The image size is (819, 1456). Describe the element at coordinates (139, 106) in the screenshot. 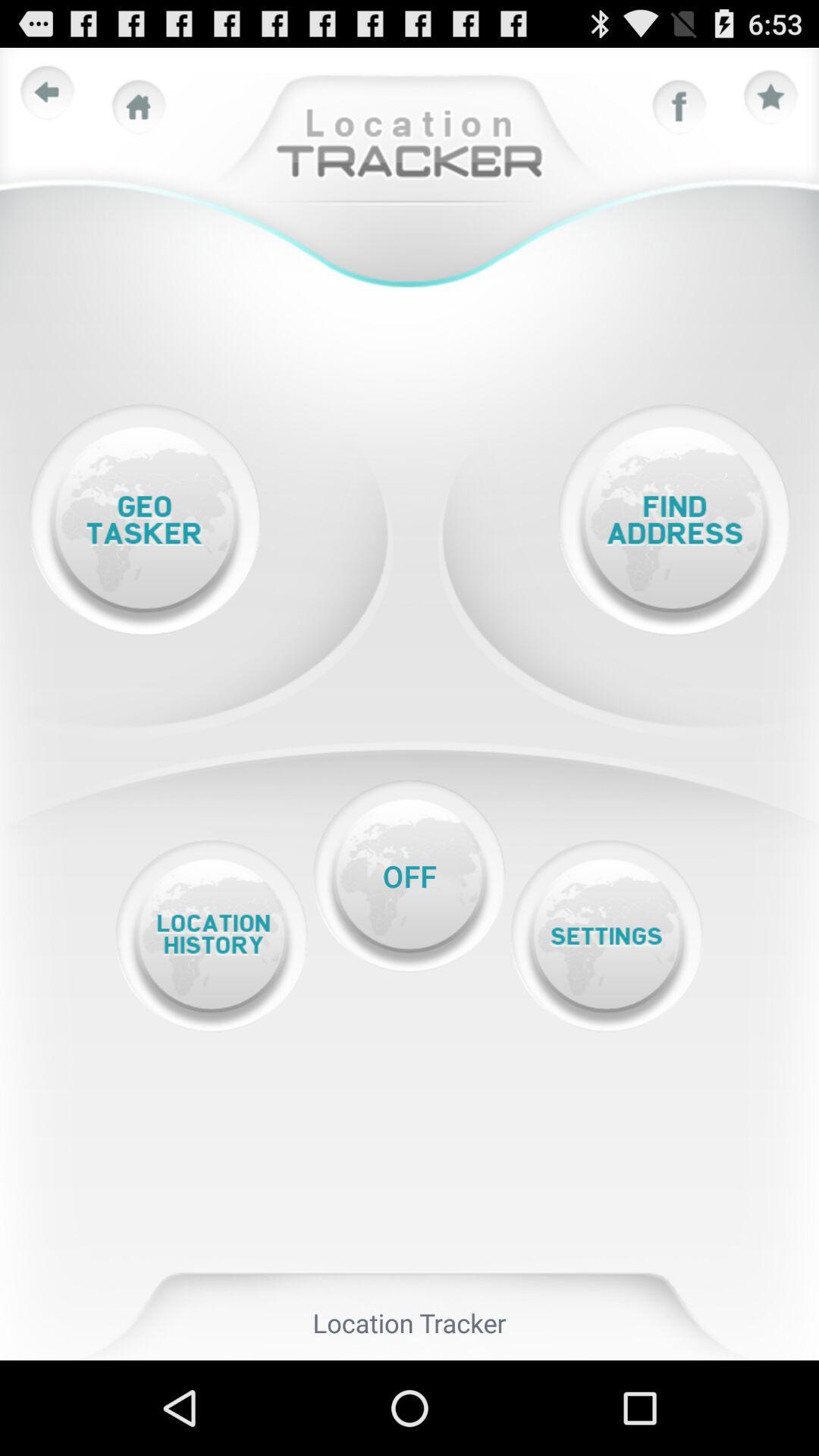

I see `home menu` at that location.